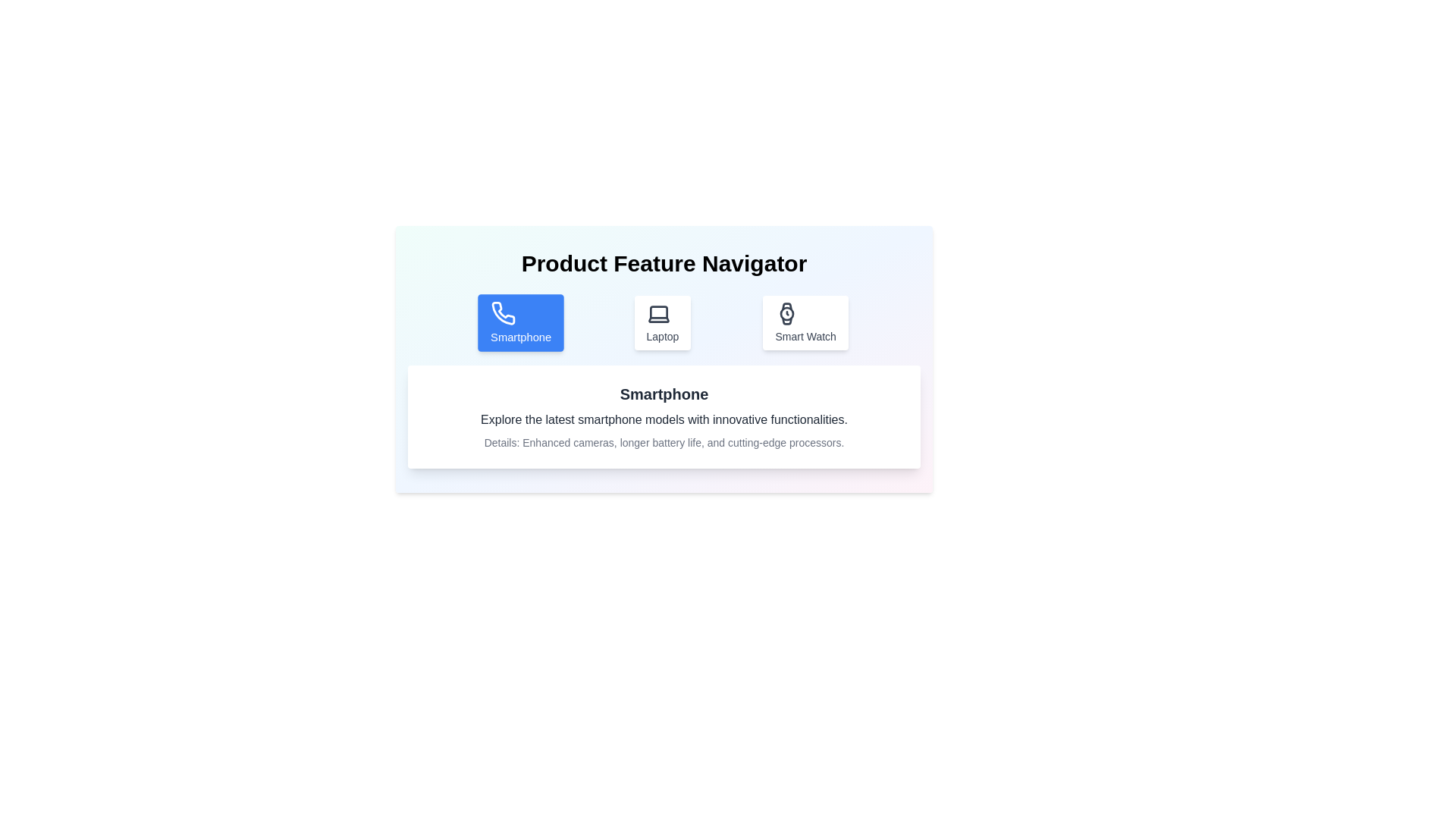 This screenshot has height=819, width=1456. I want to click on the feature tab corresponding to Laptop to observe its icon and details, so click(662, 322).